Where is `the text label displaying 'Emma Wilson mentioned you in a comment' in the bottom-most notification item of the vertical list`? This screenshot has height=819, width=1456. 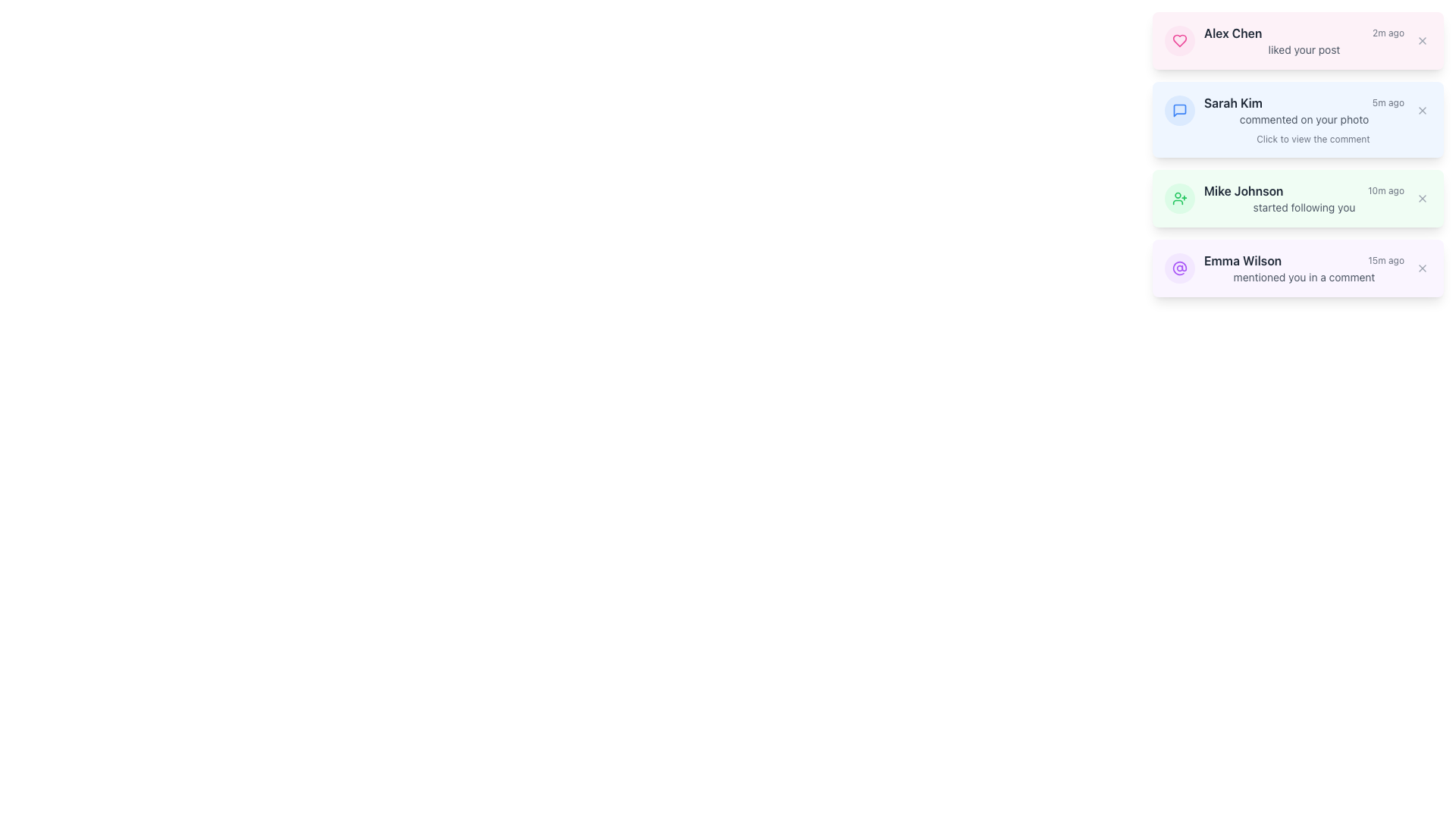 the text label displaying 'Emma Wilson mentioned you in a comment' in the bottom-most notification item of the vertical list is located at coordinates (1243, 259).